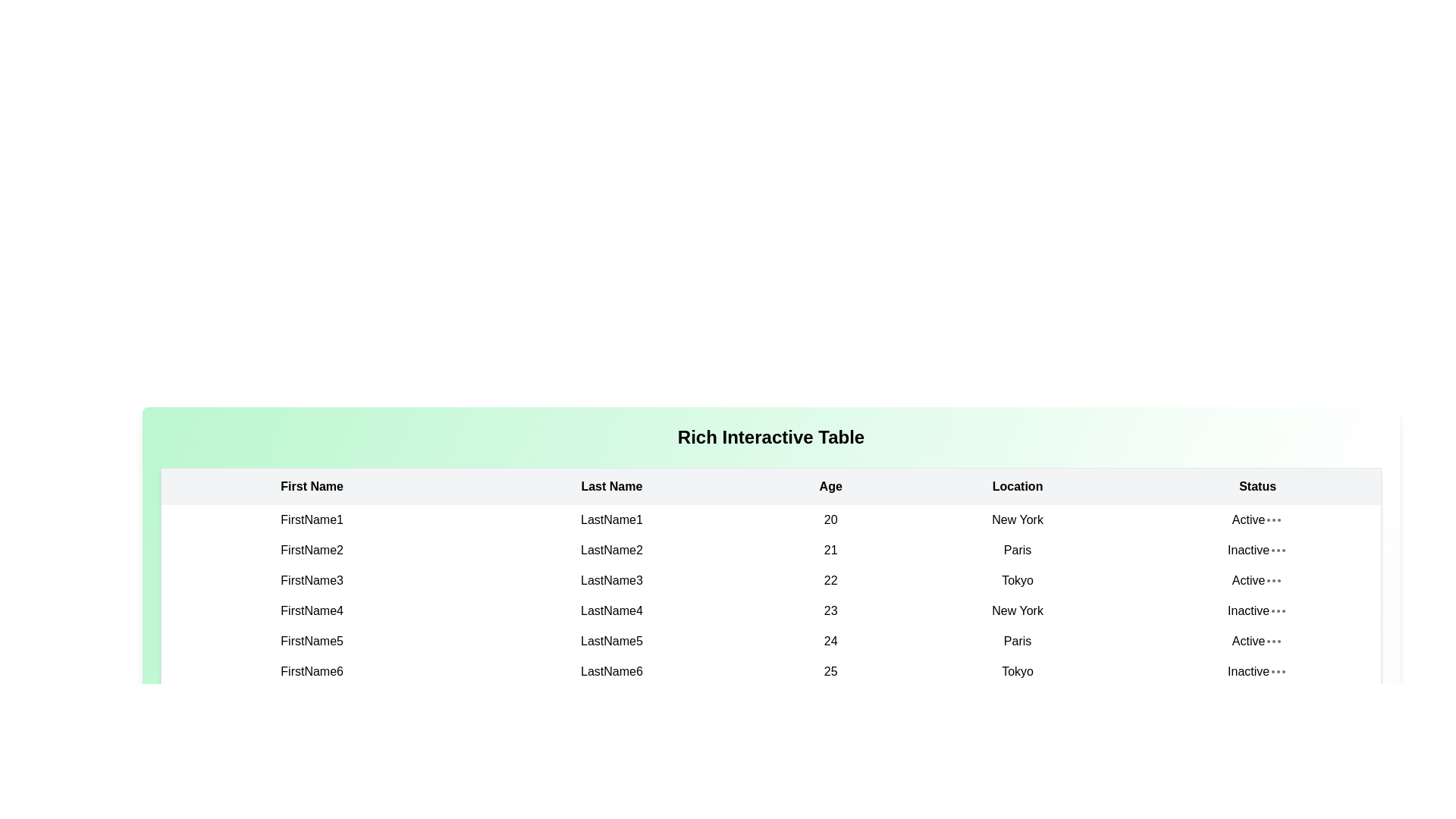 The image size is (1456, 819). I want to click on the ellipsis menu for the row with status Active, so click(1274, 519).